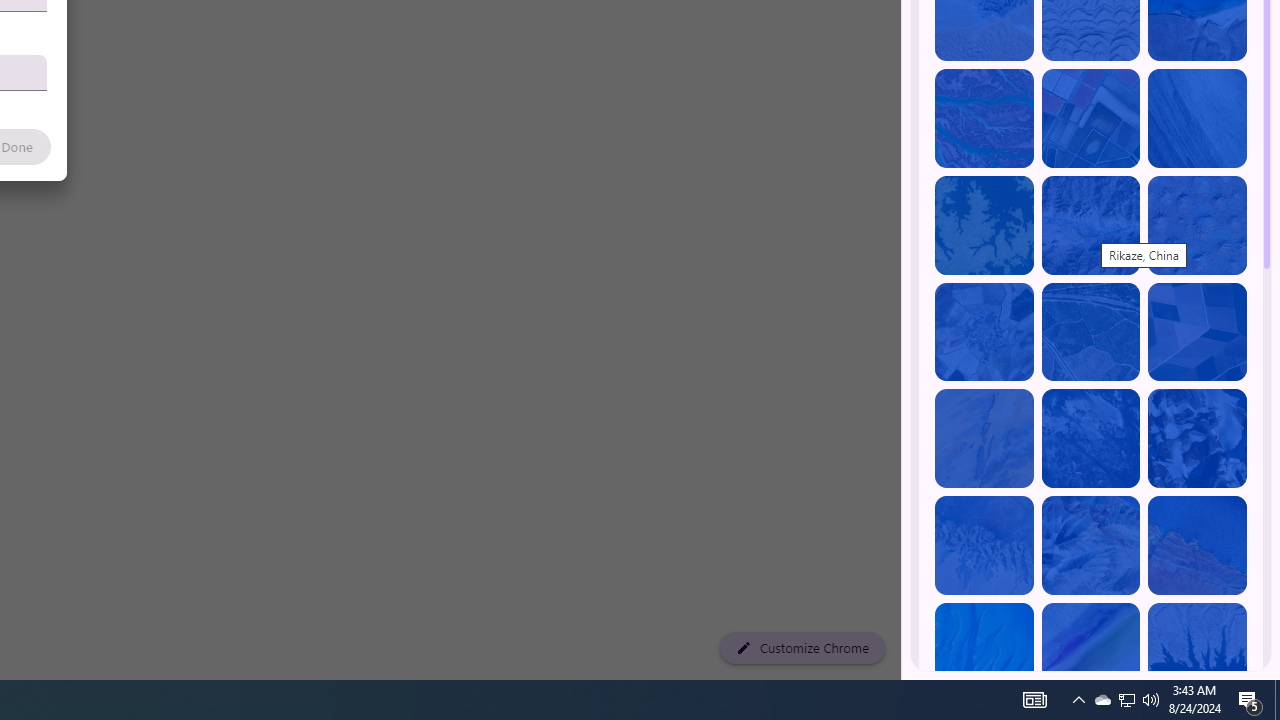 The width and height of the screenshot is (1280, 720). I want to click on 'Rikaze, China', so click(1089, 225).